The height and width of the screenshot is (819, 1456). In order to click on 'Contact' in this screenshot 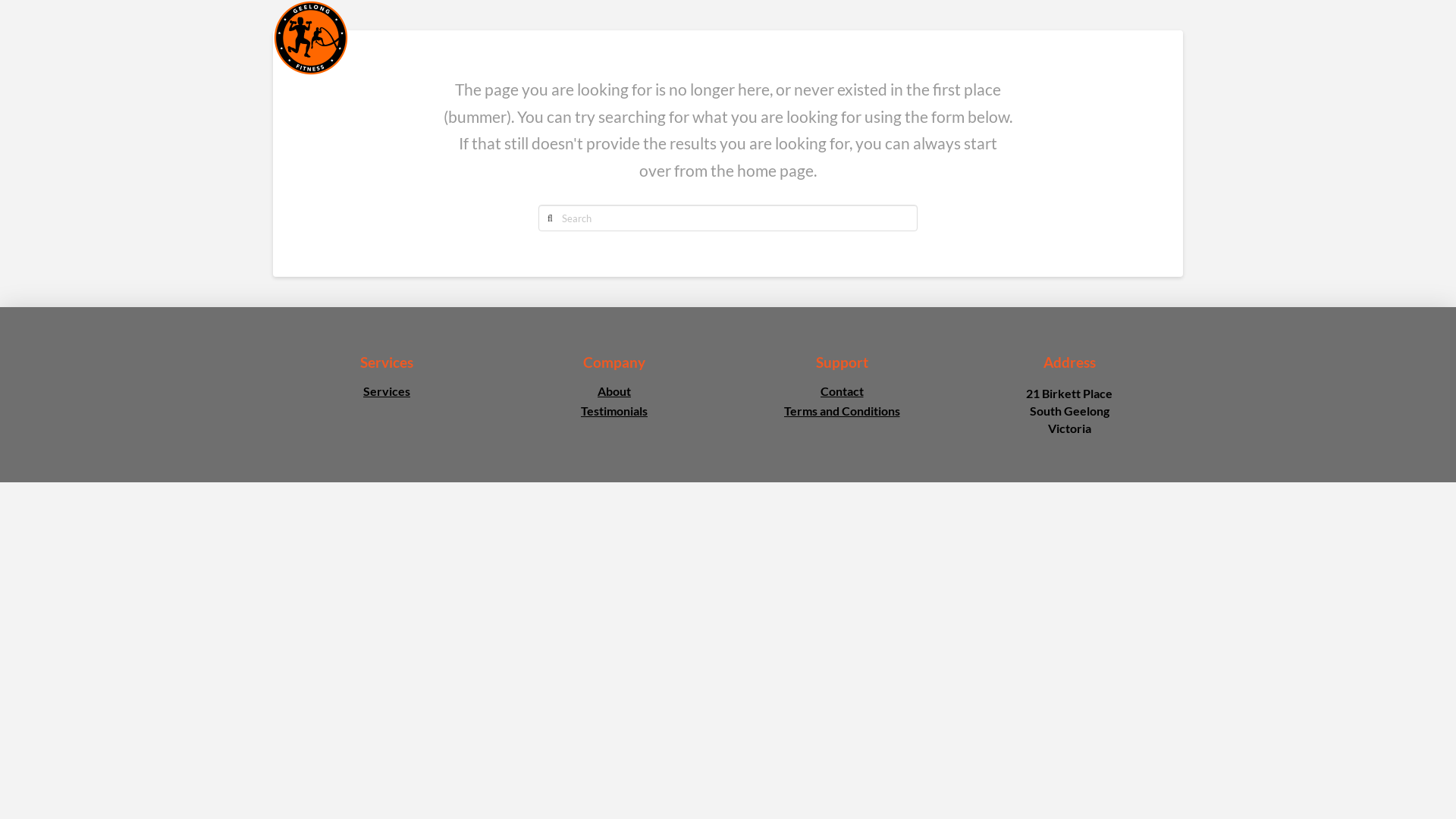, I will do `click(841, 394)`.